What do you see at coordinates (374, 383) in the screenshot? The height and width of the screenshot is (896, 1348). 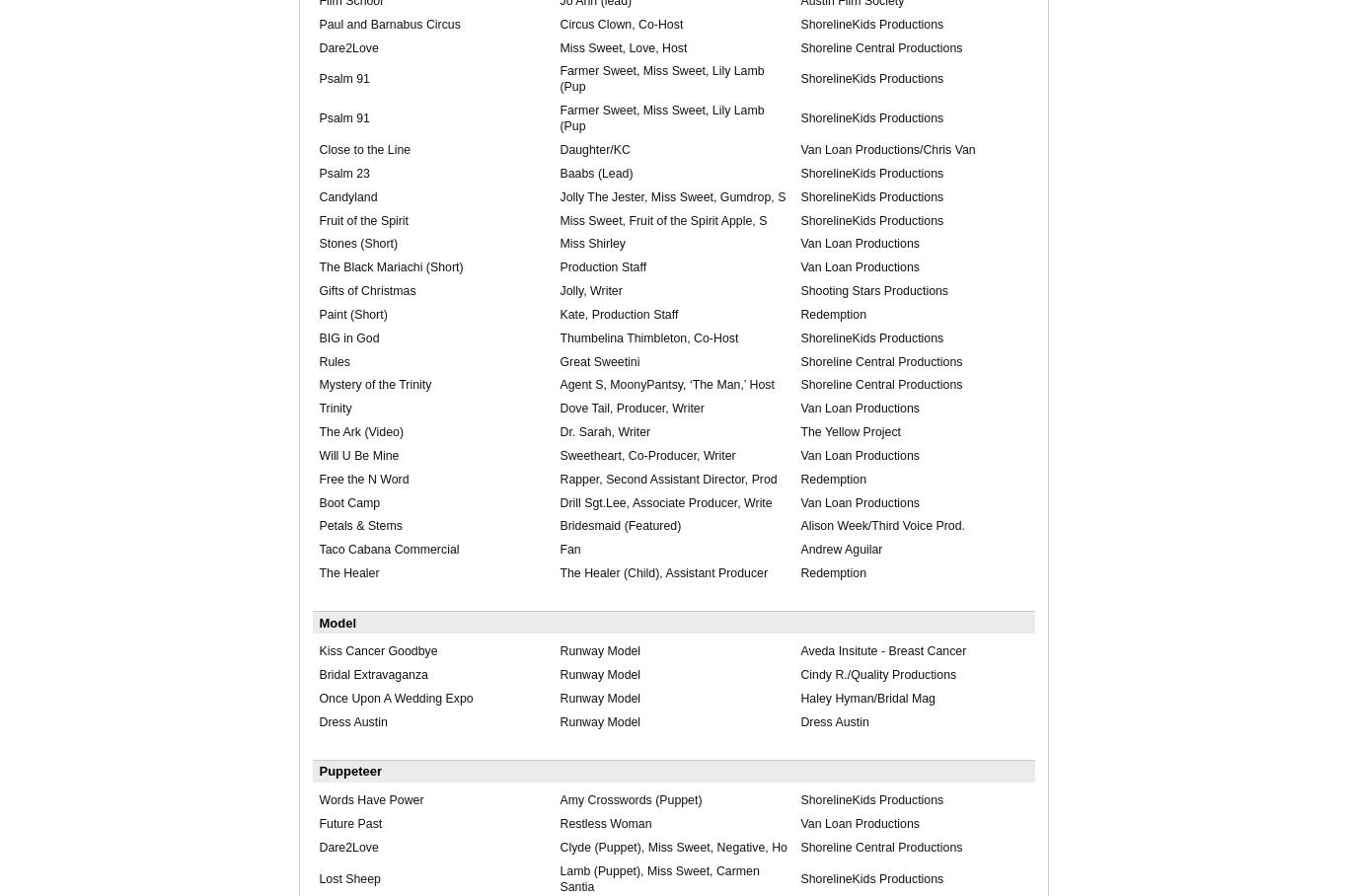 I see `'Mystery of the Trinity'` at bounding box center [374, 383].